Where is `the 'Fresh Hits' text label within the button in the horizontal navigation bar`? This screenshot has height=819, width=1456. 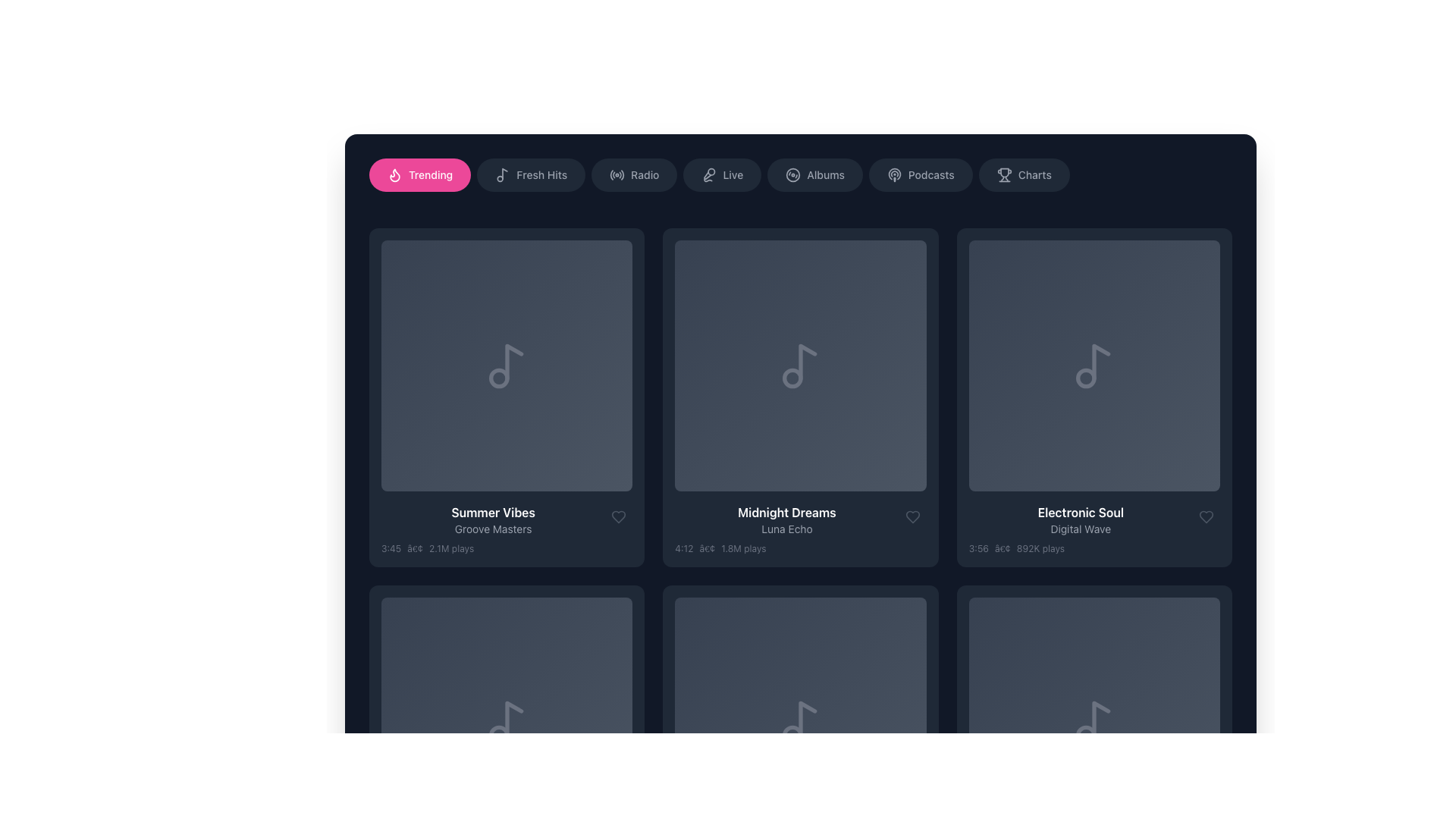 the 'Fresh Hits' text label within the button in the horizontal navigation bar is located at coordinates (541, 174).